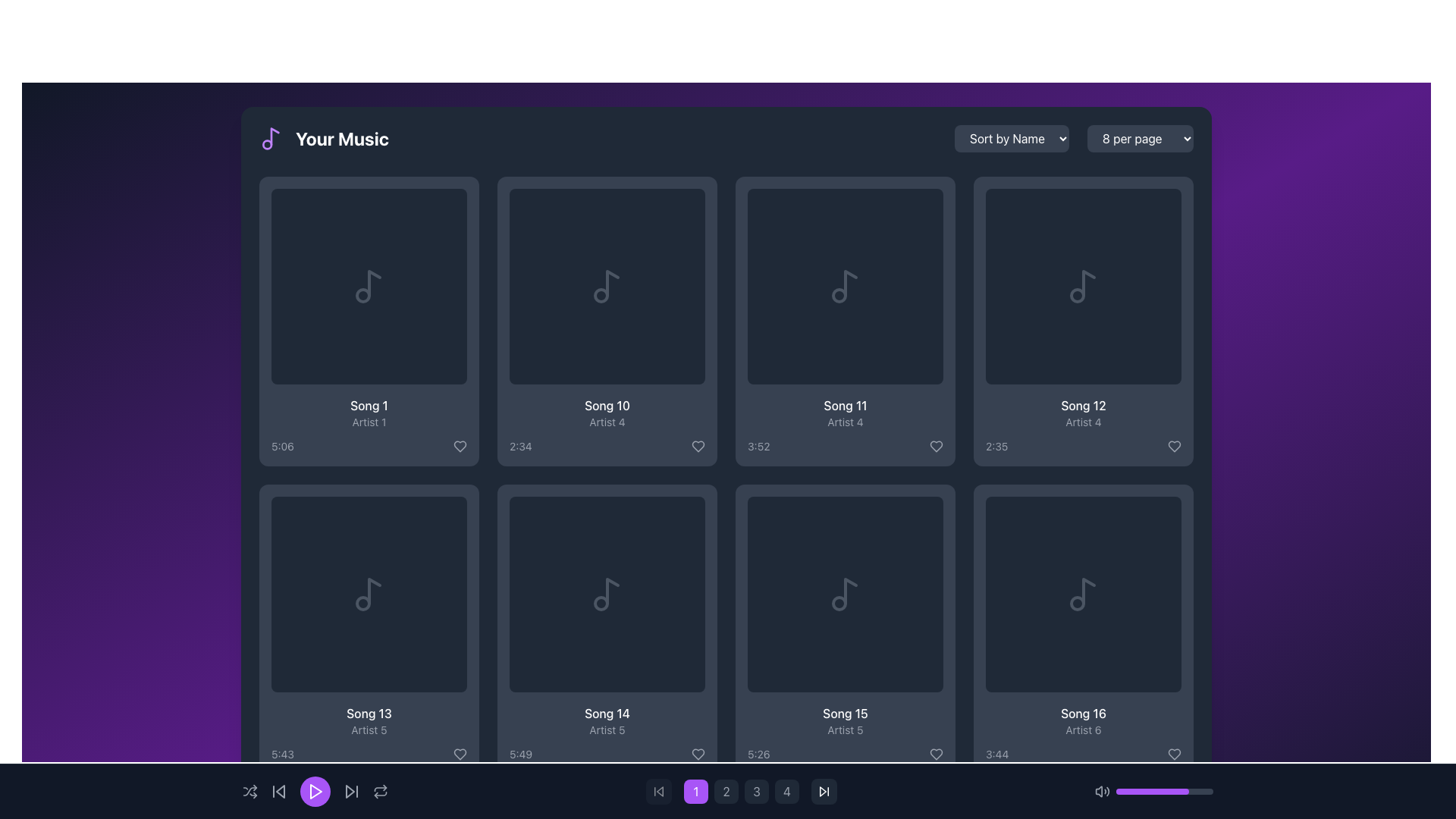 The width and height of the screenshot is (1456, 819). I want to click on the graphical decorative element of the music note icon located at the center of the tile labeled 'Song 11', positioned in the second row, third column, so click(839, 295).